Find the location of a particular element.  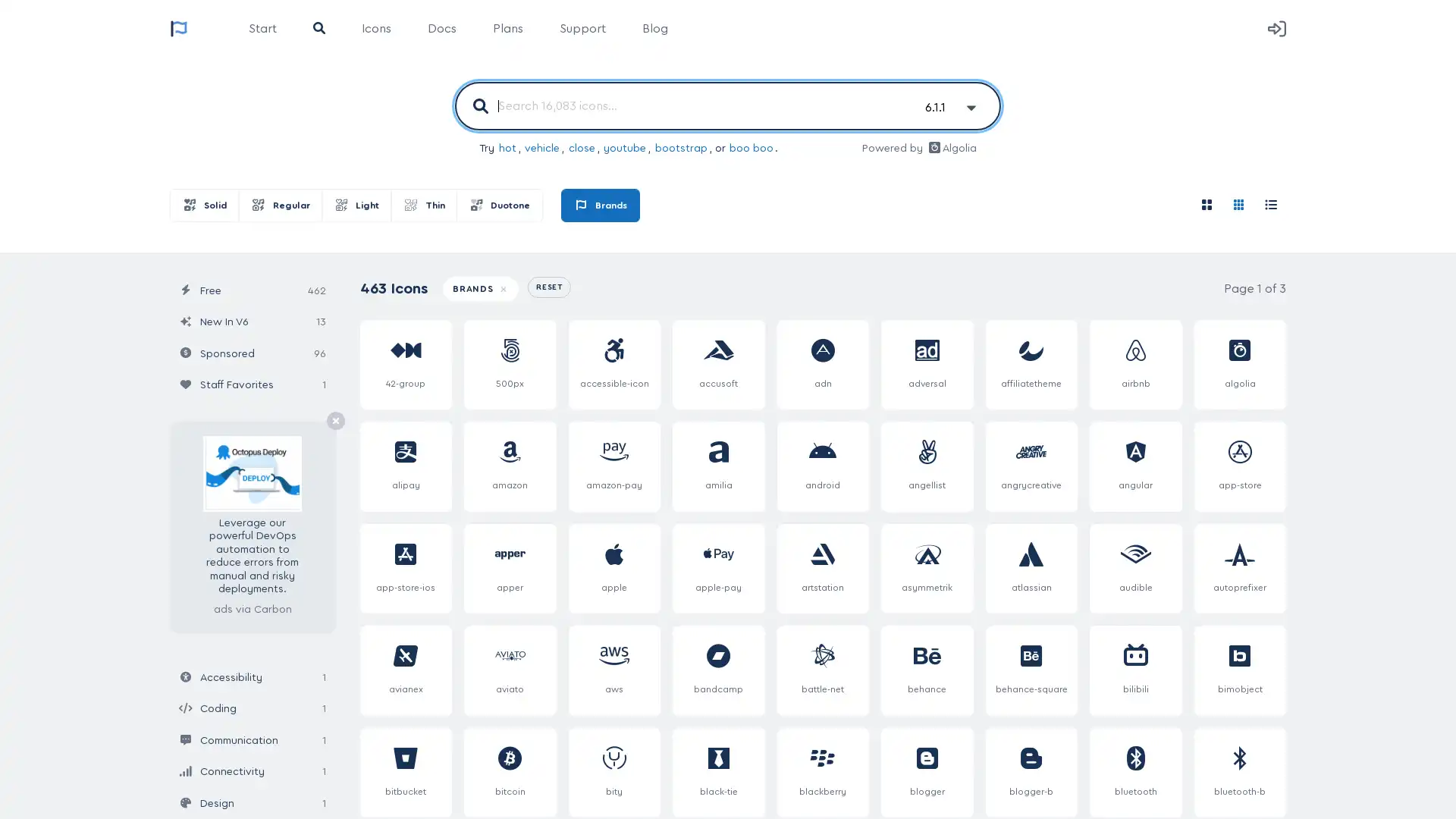

Roomy is located at coordinates (1183, 210).